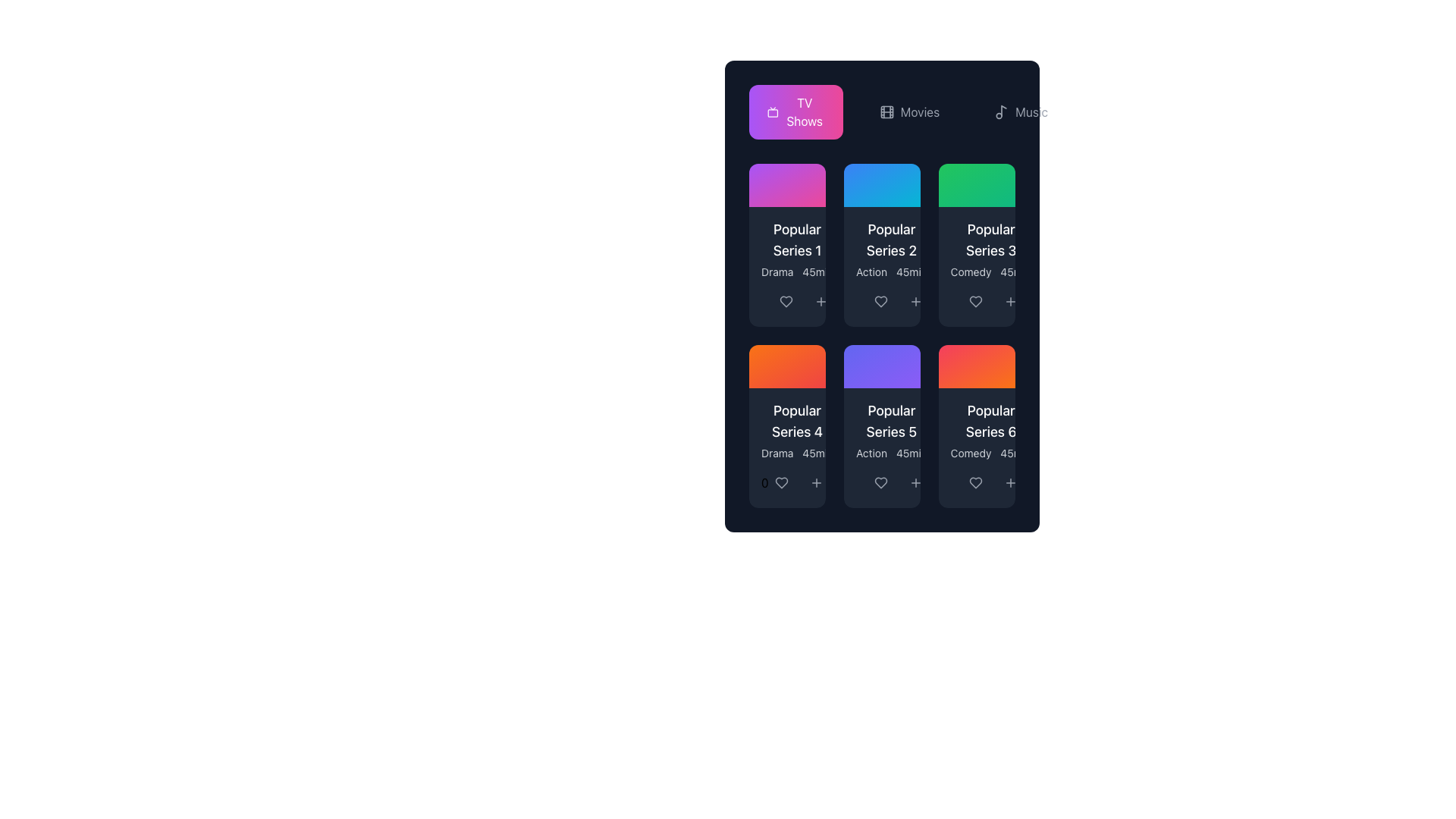 This screenshot has height=819, width=1456. What do you see at coordinates (882, 265) in the screenshot?
I see `the plus icon within the 'Popular Series 2' card, which features a dark gray background and includes the text 'Popular Series 2' and interactive icons for adding to the list` at bounding box center [882, 265].